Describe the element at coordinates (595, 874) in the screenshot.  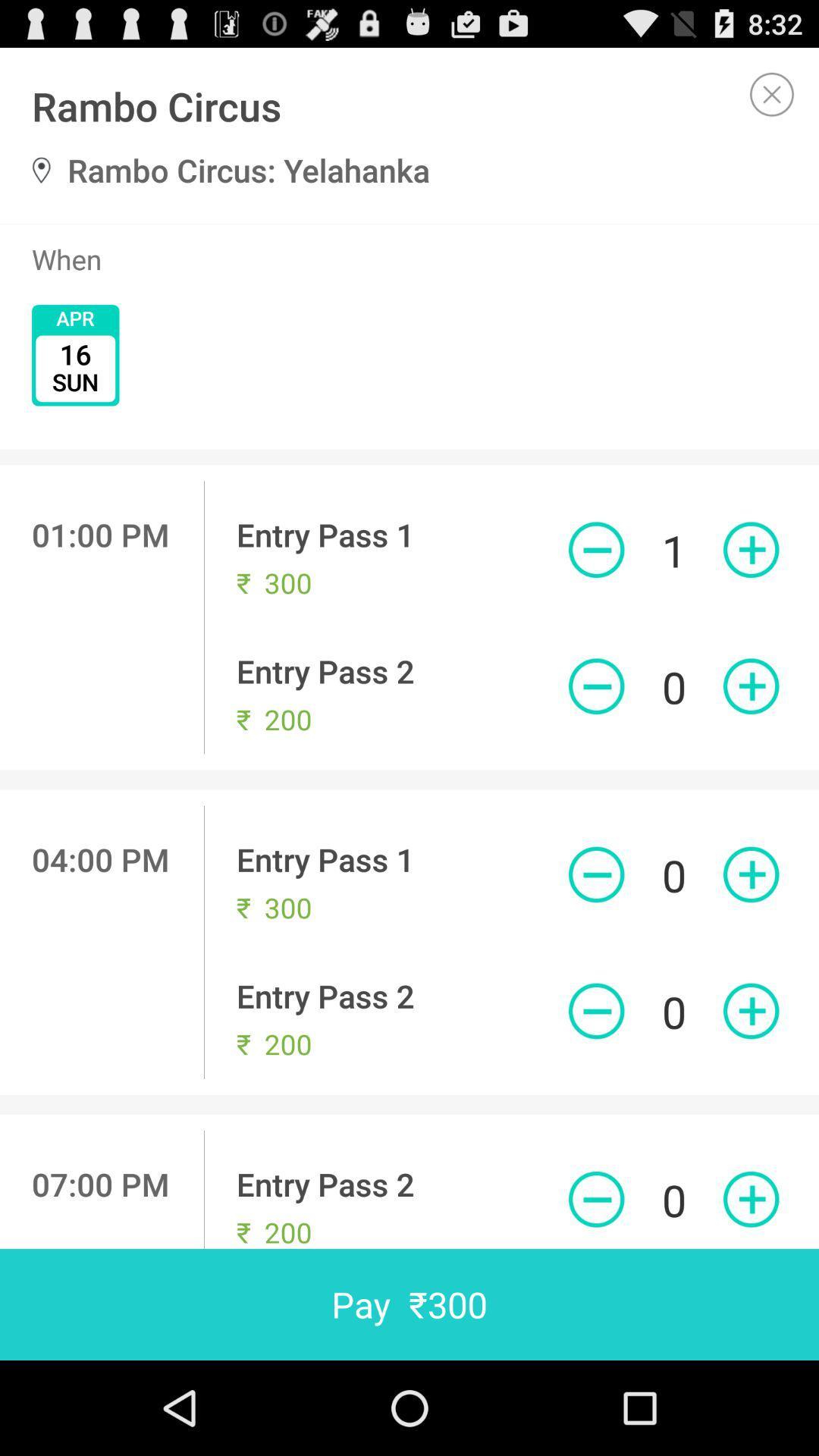
I see `subtract quantity by one` at that location.